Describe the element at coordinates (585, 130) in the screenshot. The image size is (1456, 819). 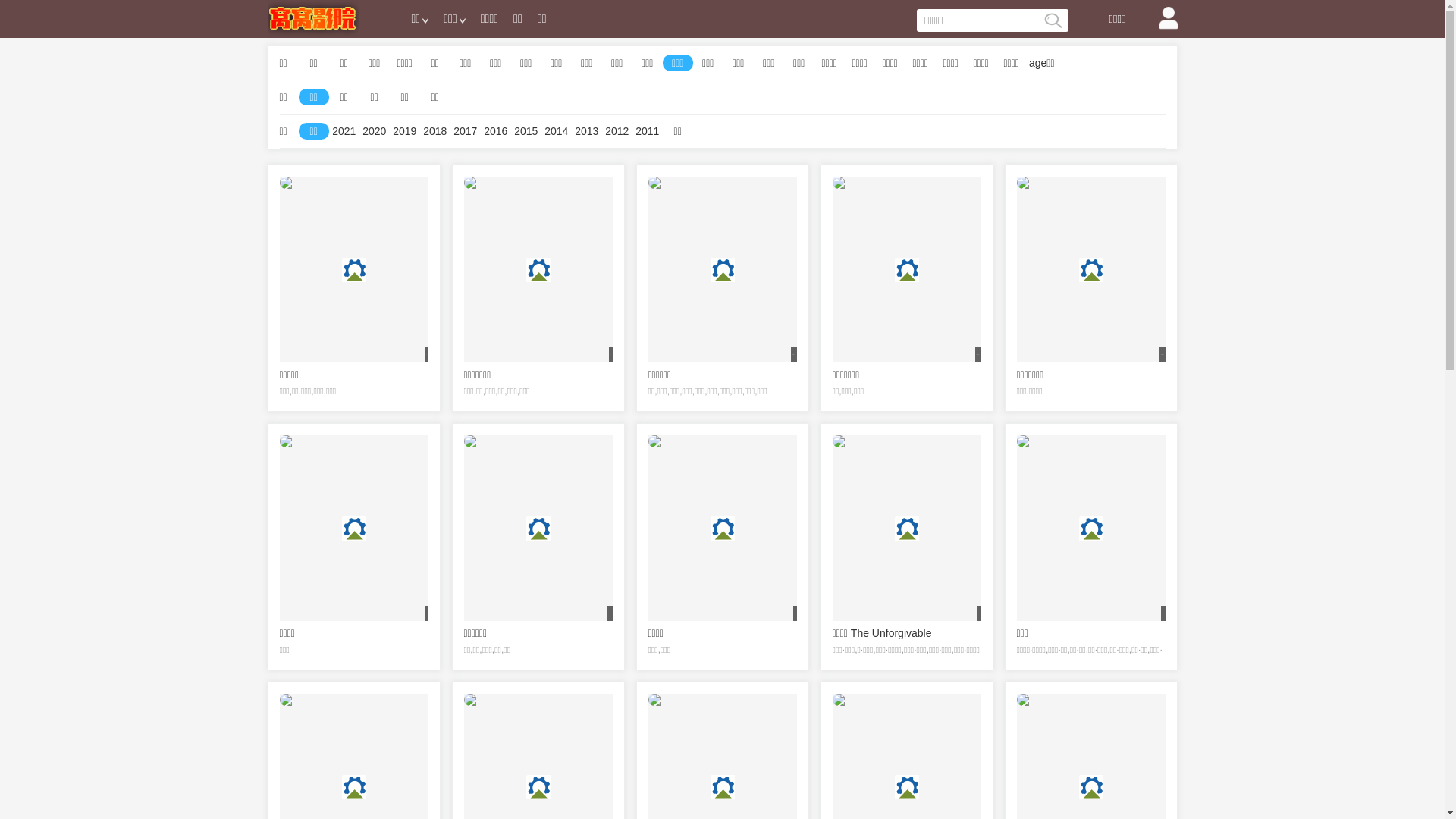
I see `'2013'` at that location.